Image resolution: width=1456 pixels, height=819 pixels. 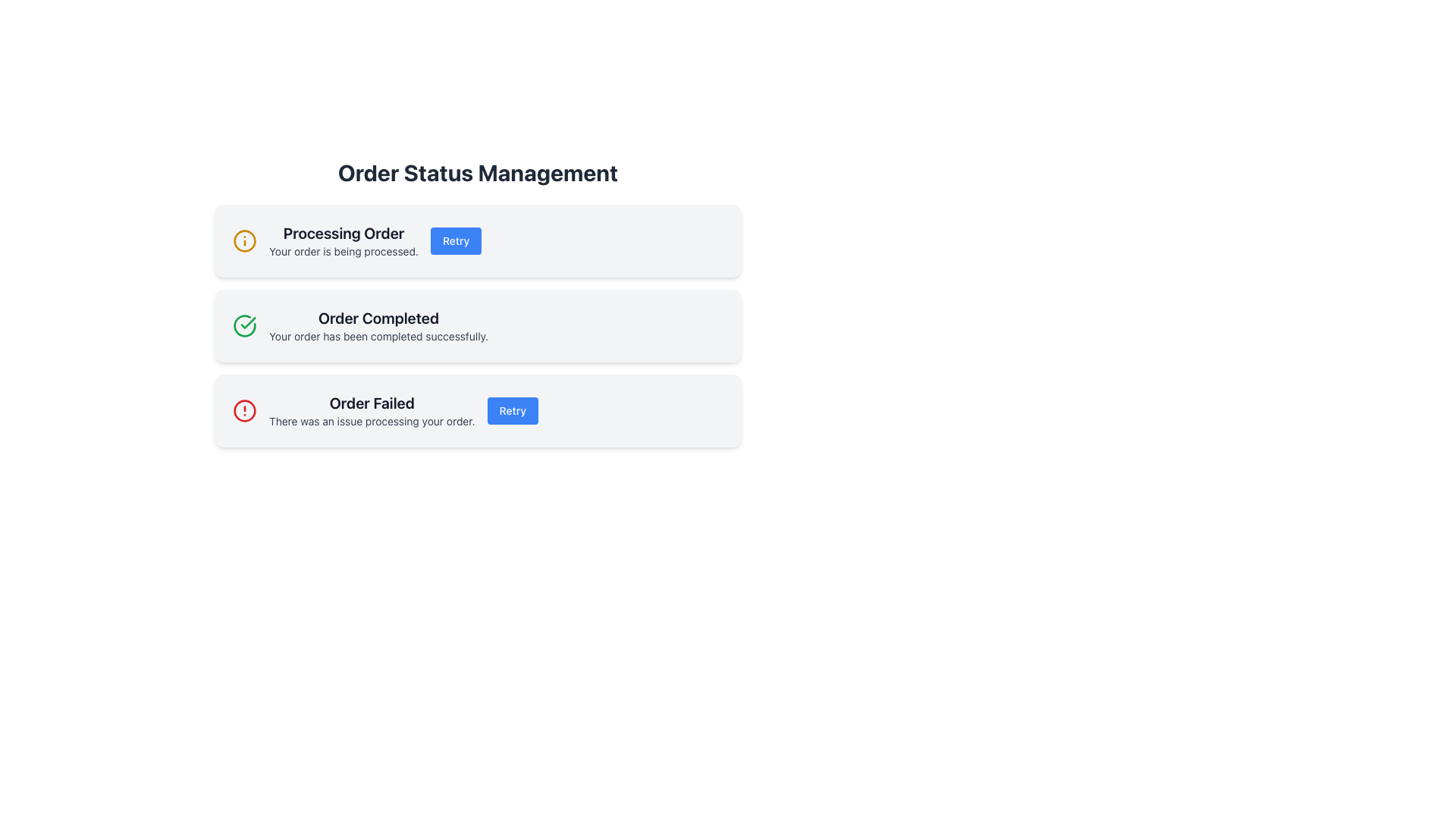 I want to click on the 'Retry' button located at the bottom right of the 'Order Failed' panel to initiate a retry action, so click(x=513, y=411).